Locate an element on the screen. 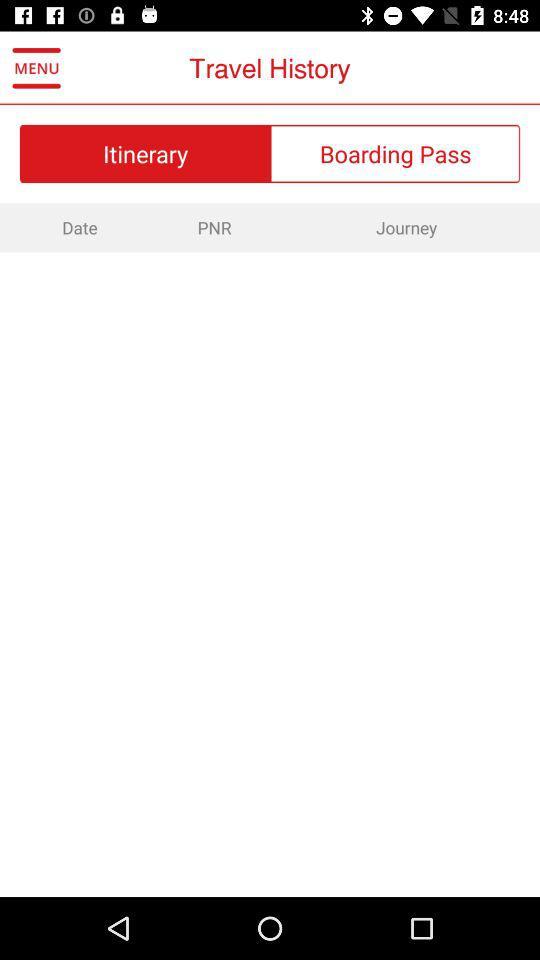  the item above itinerary is located at coordinates (36, 68).